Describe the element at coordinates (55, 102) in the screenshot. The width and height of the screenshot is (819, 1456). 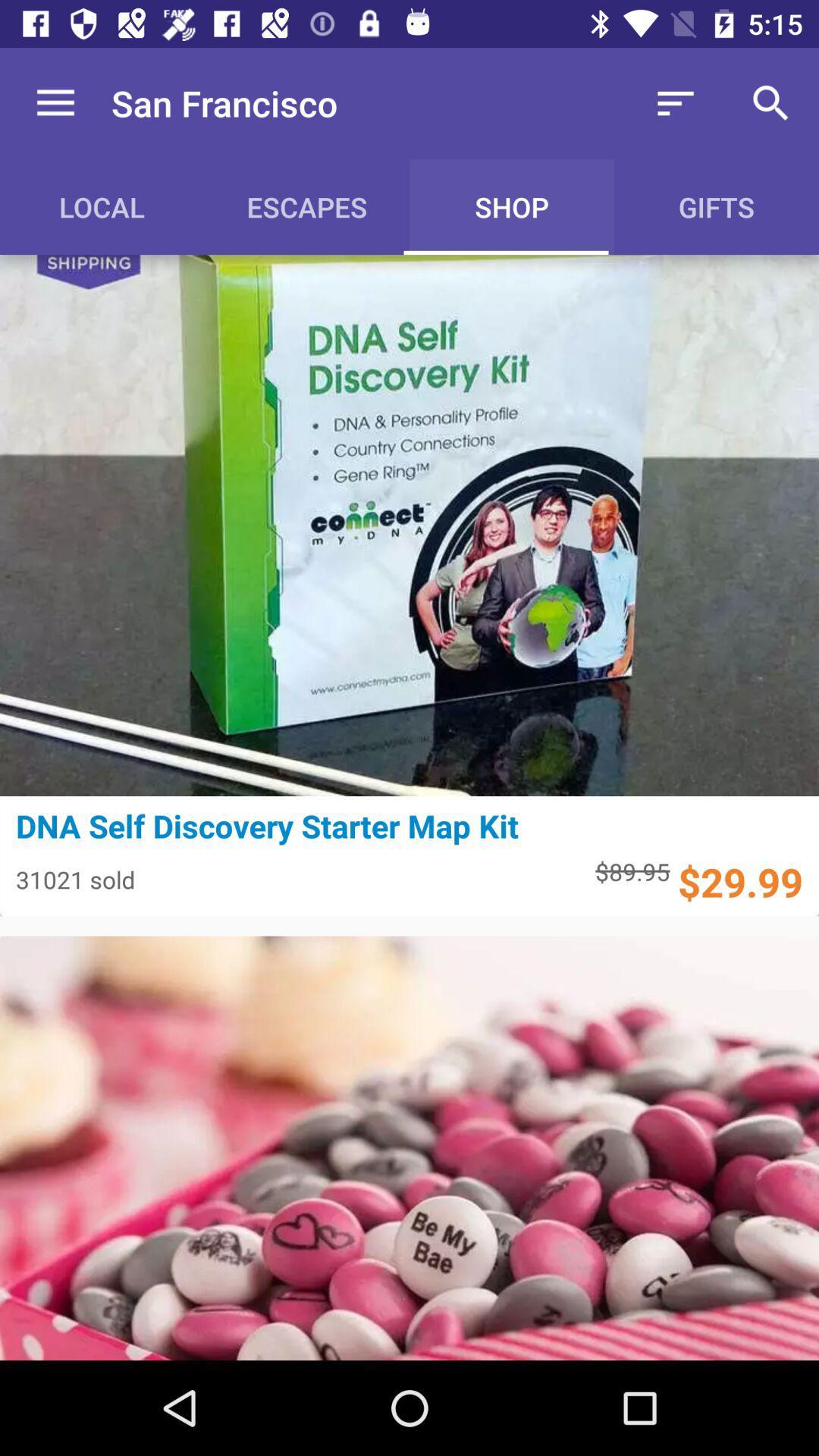
I see `the item to the left of the san francisco icon` at that location.